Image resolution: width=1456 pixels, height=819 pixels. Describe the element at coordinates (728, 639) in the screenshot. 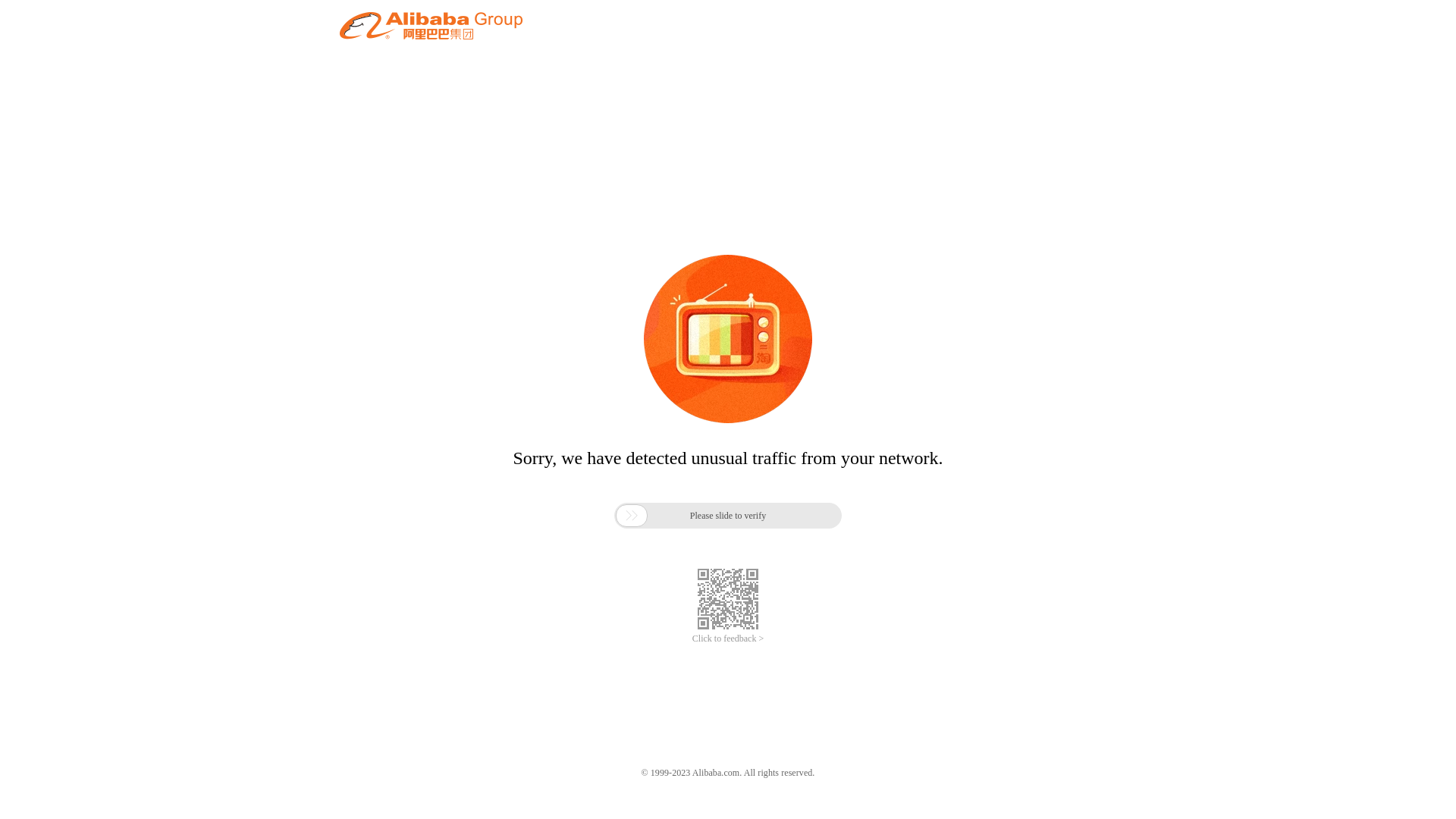

I see `'Click to feedback >'` at that location.